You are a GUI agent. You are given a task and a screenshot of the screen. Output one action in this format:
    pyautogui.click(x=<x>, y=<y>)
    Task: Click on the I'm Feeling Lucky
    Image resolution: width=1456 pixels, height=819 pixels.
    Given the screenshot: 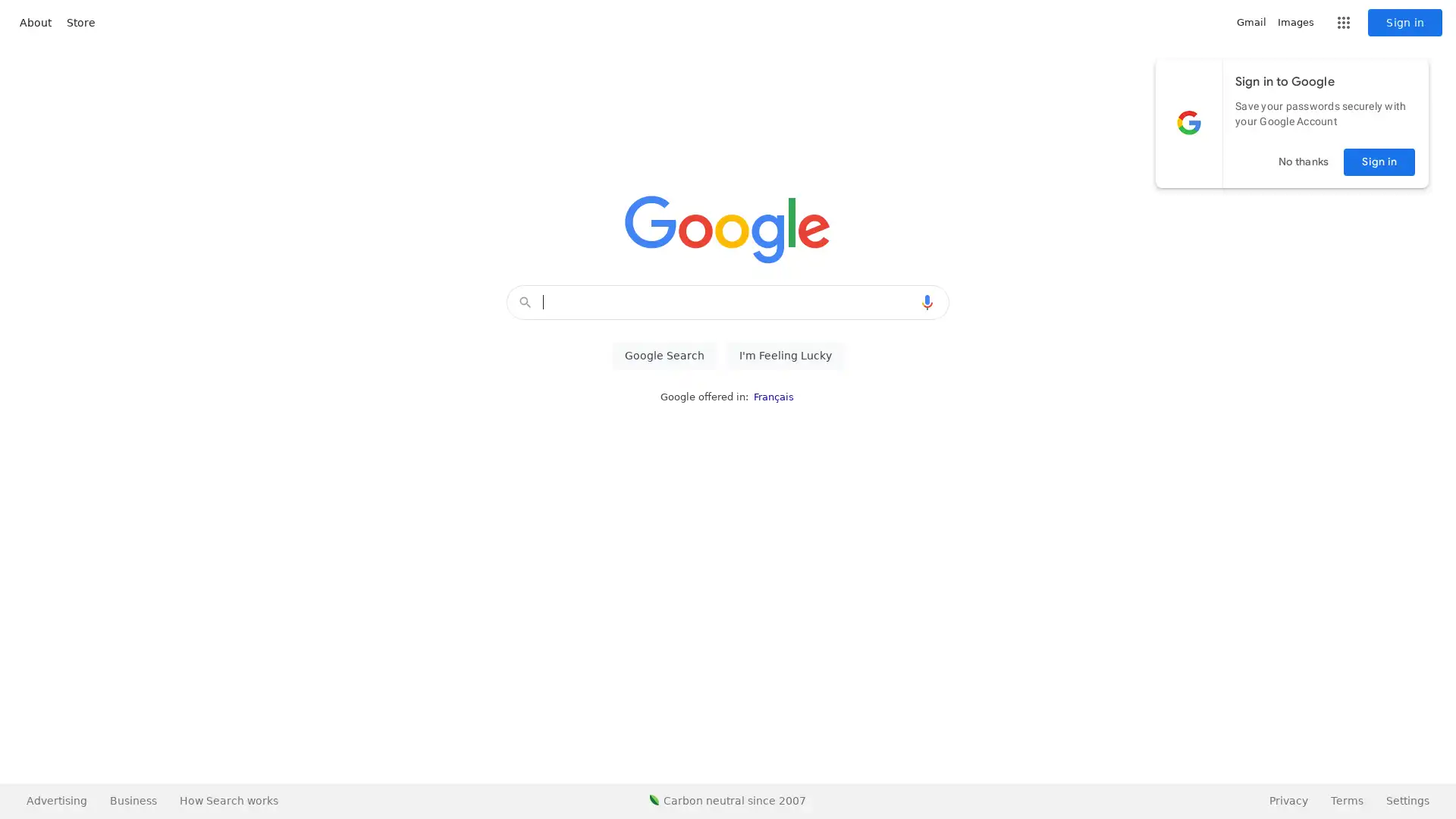 What is the action you would take?
    pyautogui.click(x=785, y=356)
    